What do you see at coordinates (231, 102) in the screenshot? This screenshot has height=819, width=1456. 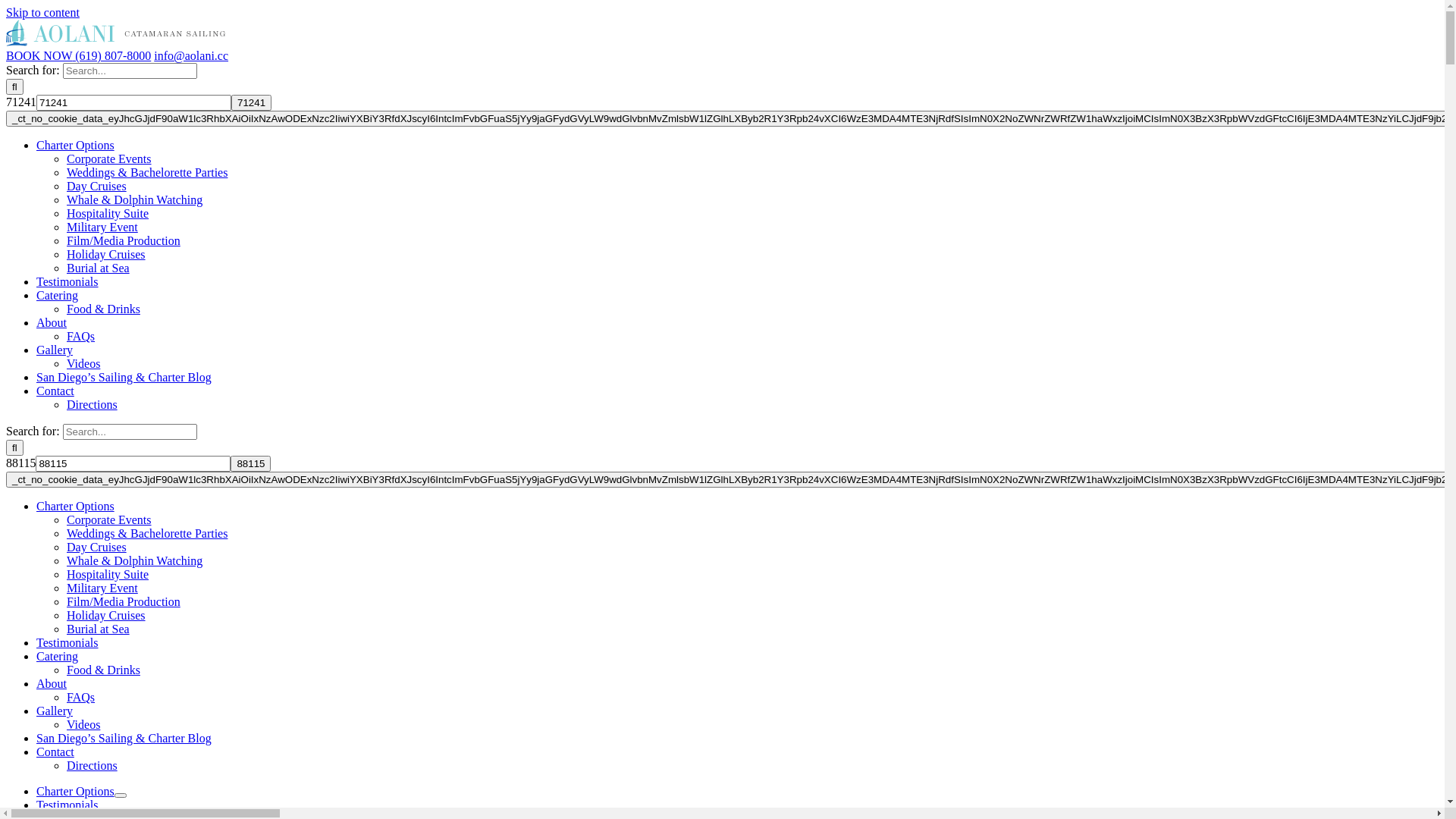 I see `'71241'` at bounding box center [231, 102].